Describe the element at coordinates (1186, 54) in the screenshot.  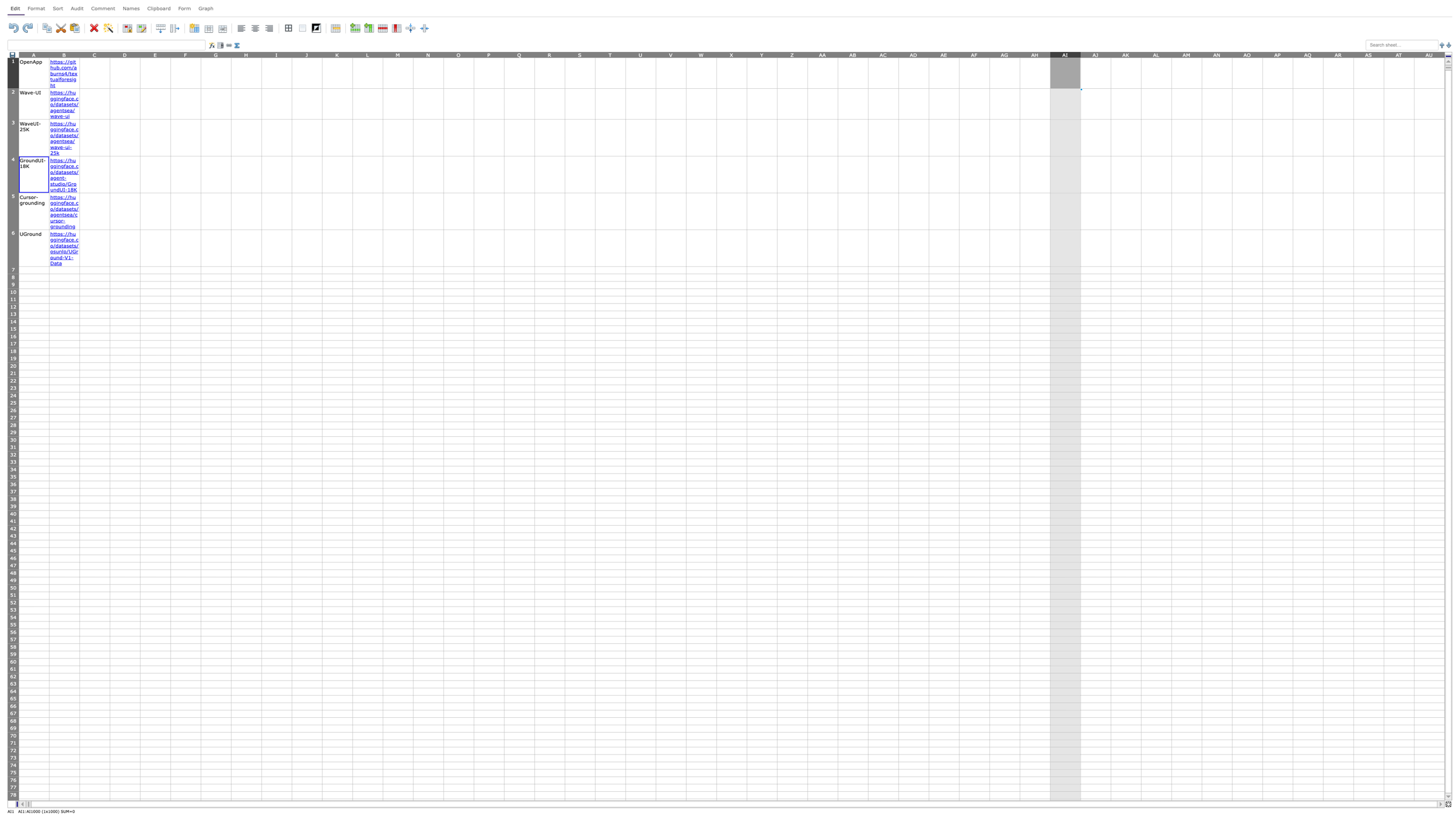
I see `column AM` at that location.